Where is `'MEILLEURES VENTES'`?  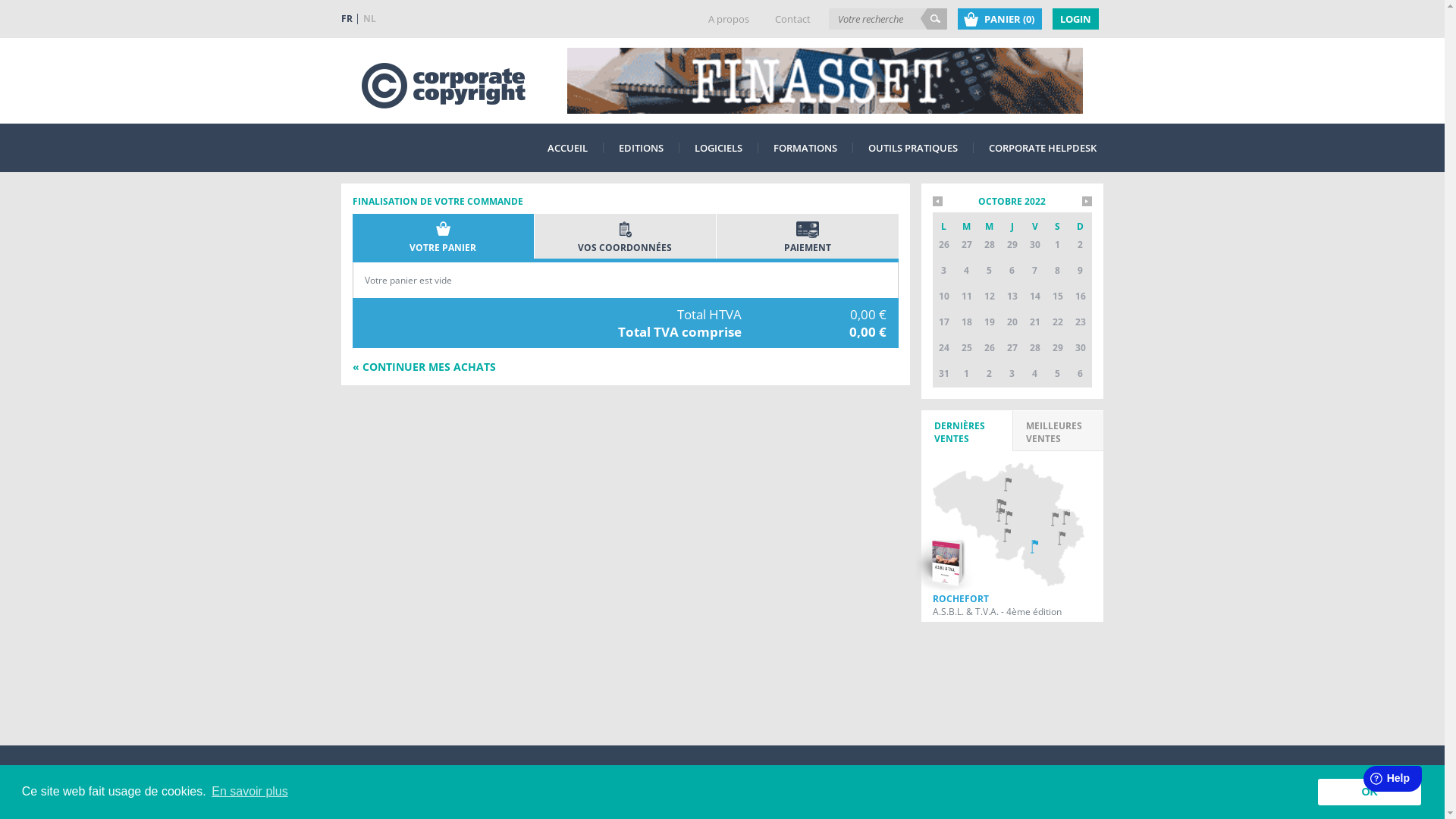
'MEILLEURES VENTES' is located at coordinates (1057, 430).